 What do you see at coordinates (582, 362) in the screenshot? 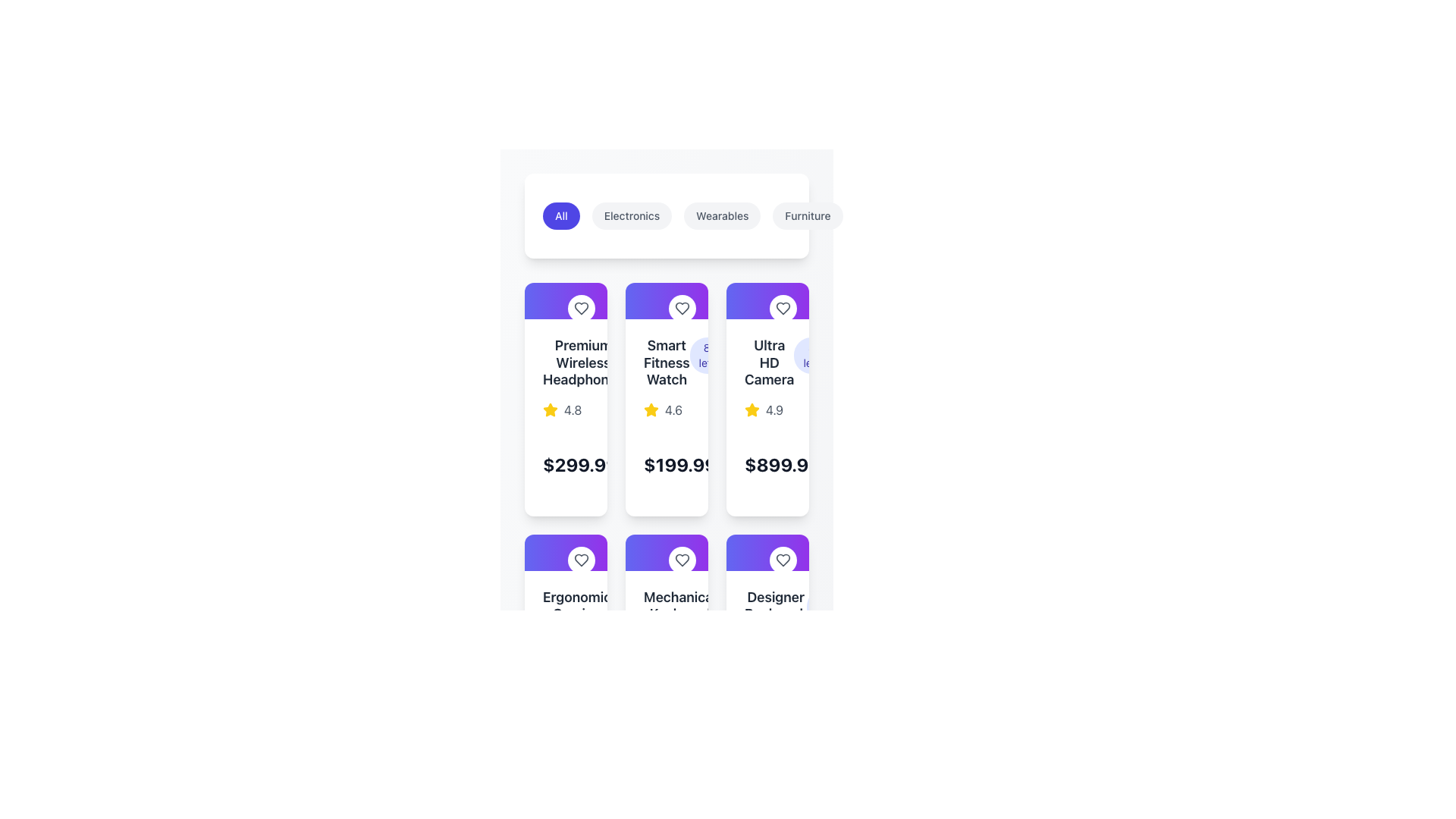
I see `the text label displaying the product name in the first product card of the grid, located near the top-left corner` at bounding box center [582, 362].